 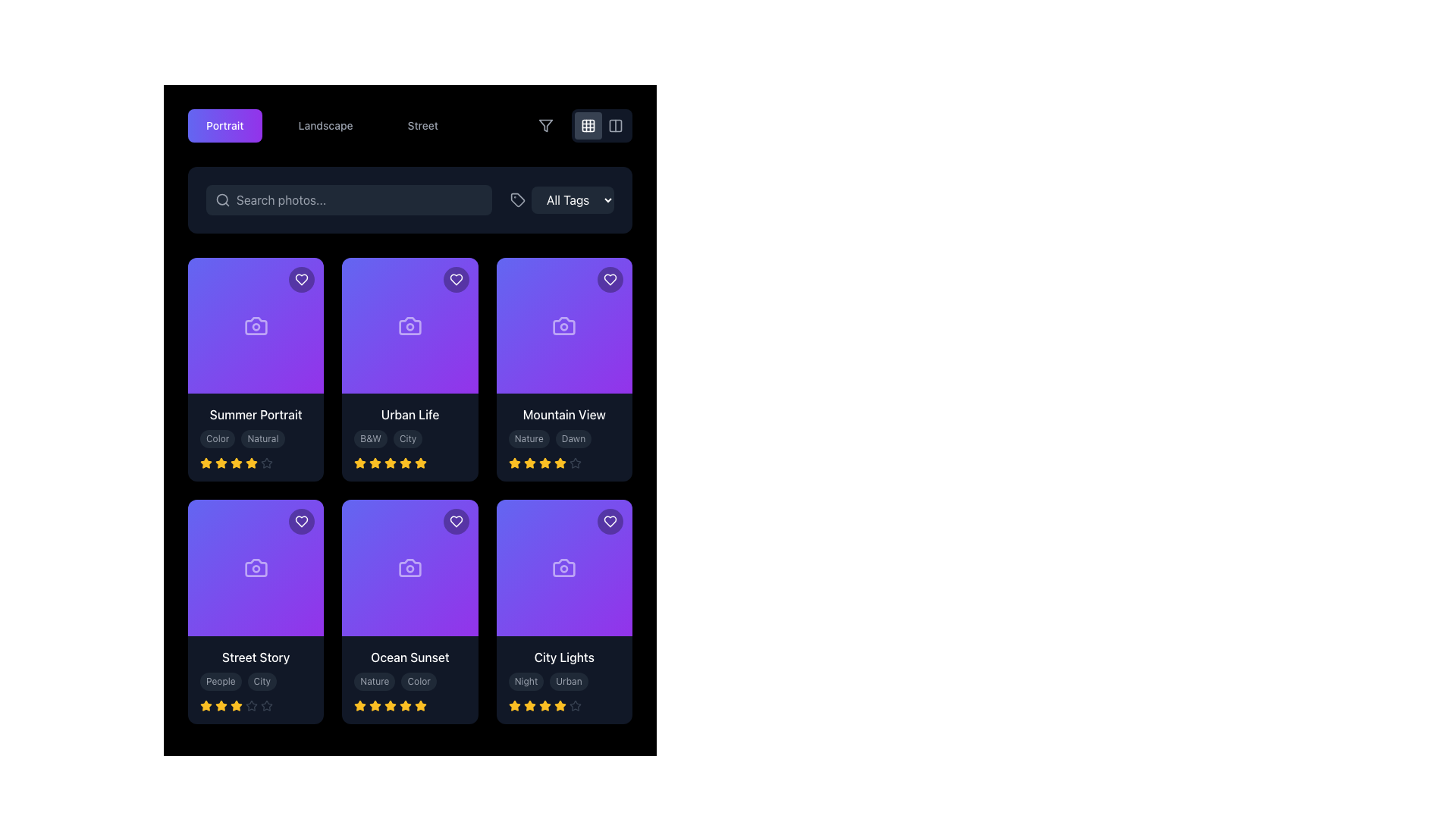 What do you see at coordinates (256, 680) in the screenshot?
I see `the 'City' tag component, which is a clickable label styled with a small rounded rectangular shape in dark gray color, located to the right of the 'People' tag under the 'Street Story' card` at bounding box center [256, 680].